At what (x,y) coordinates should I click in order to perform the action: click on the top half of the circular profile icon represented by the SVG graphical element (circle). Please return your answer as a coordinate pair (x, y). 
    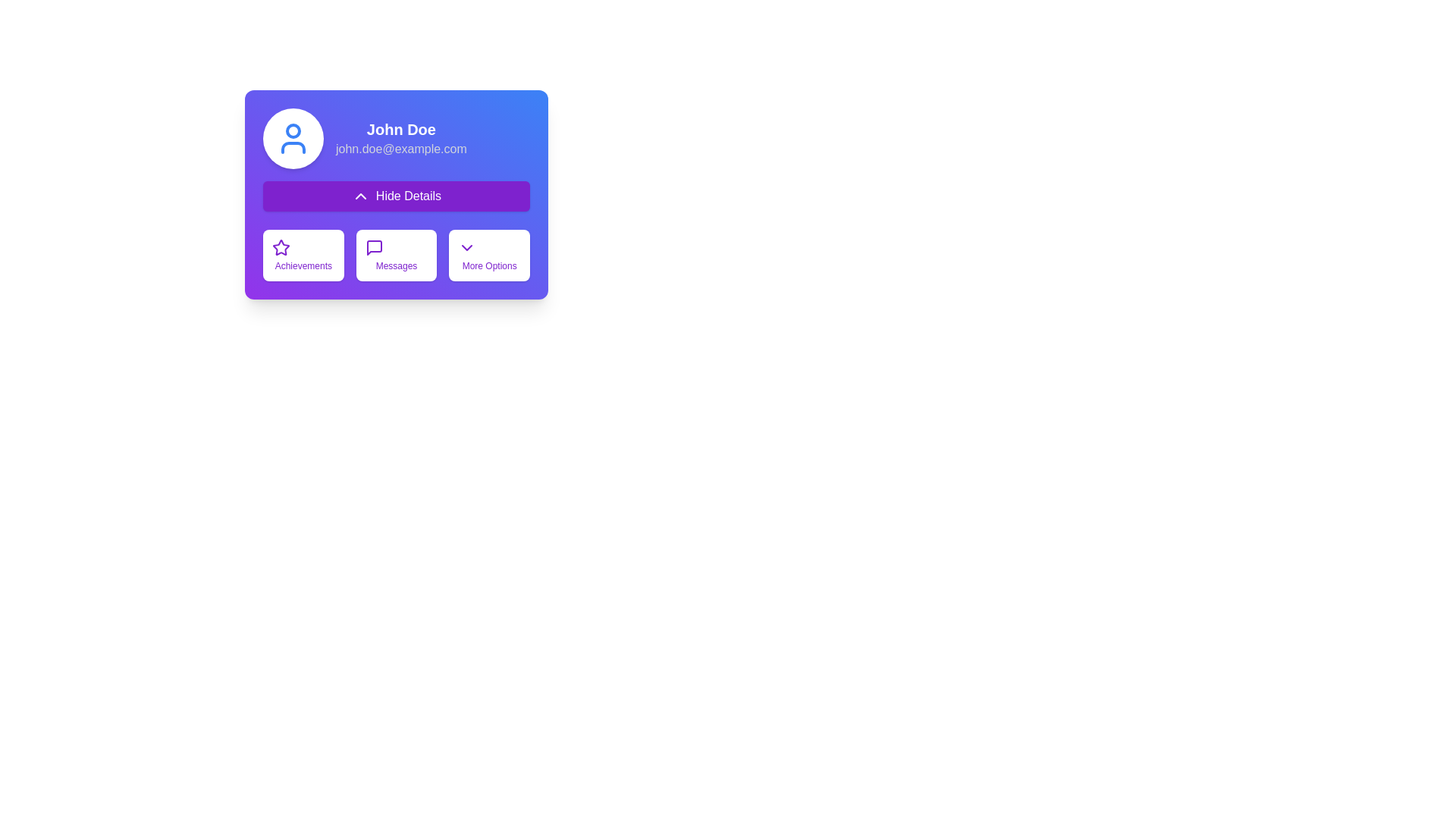
    Looking at the image, I should click on (293, 130).